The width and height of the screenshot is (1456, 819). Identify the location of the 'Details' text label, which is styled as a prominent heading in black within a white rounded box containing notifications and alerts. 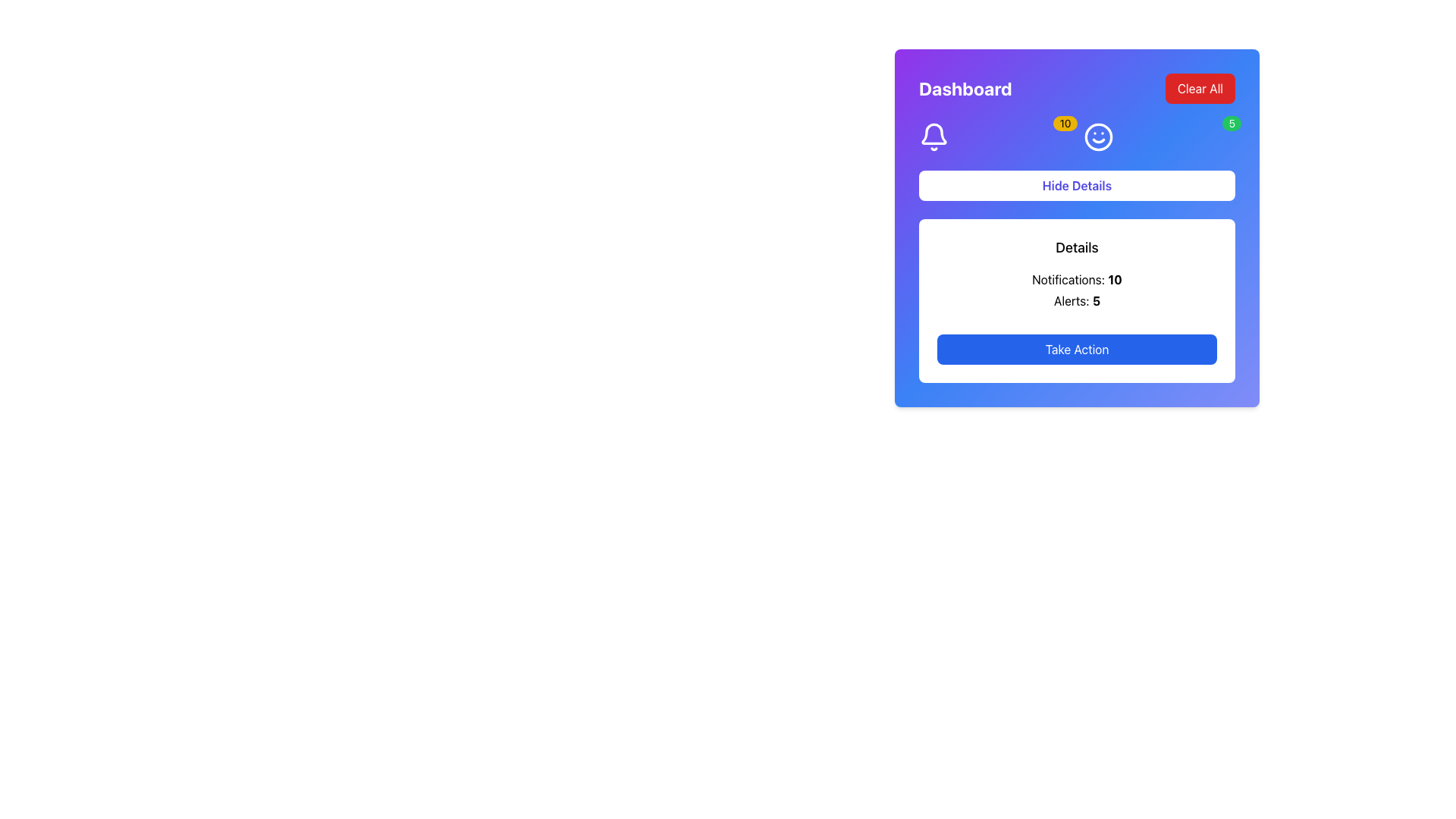
(1076, 247).